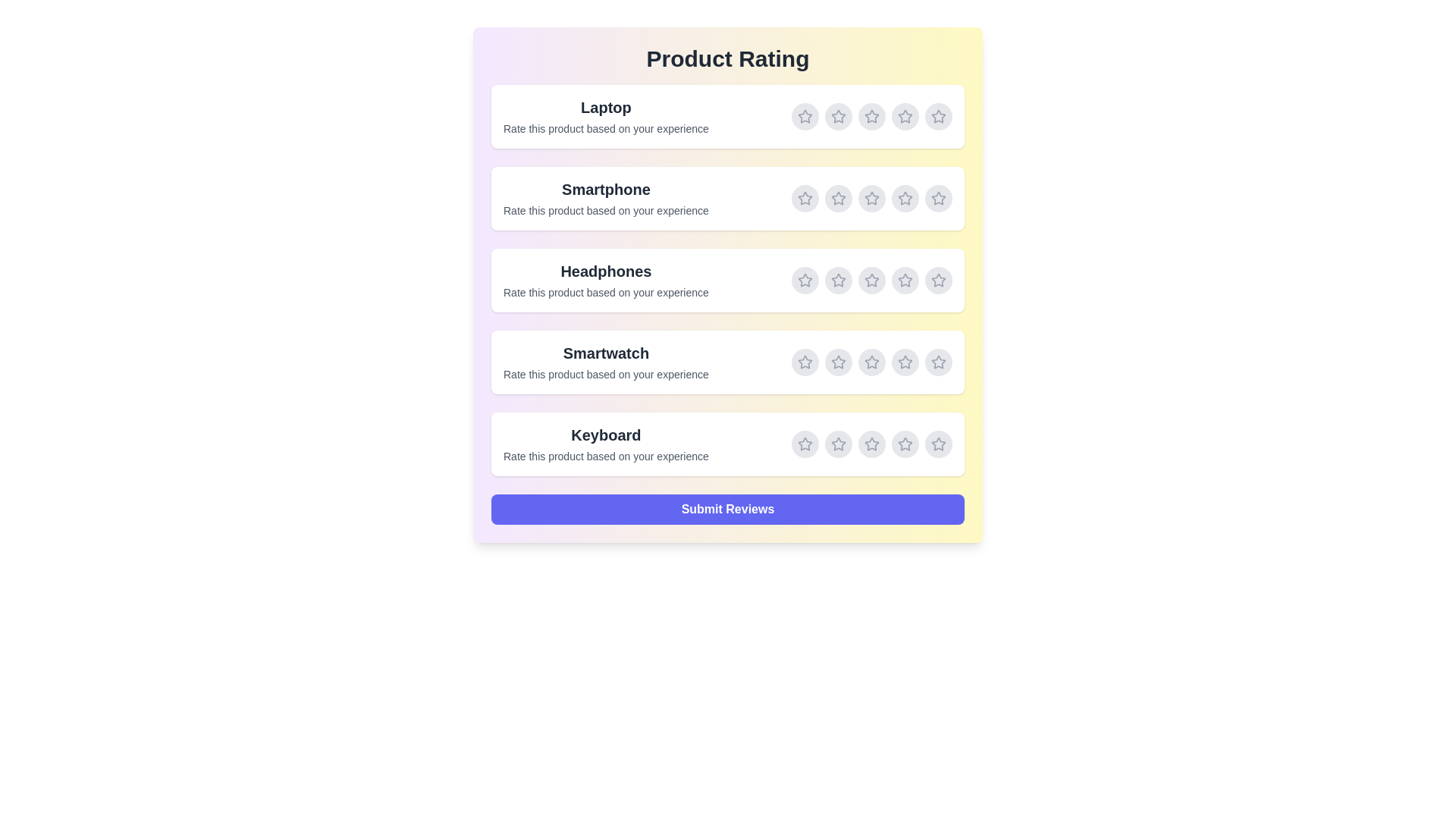  Describe the element at coordinates (938, 362) in the screenshot. I see `the rating for Smartwatch to 5 stars` at that location.